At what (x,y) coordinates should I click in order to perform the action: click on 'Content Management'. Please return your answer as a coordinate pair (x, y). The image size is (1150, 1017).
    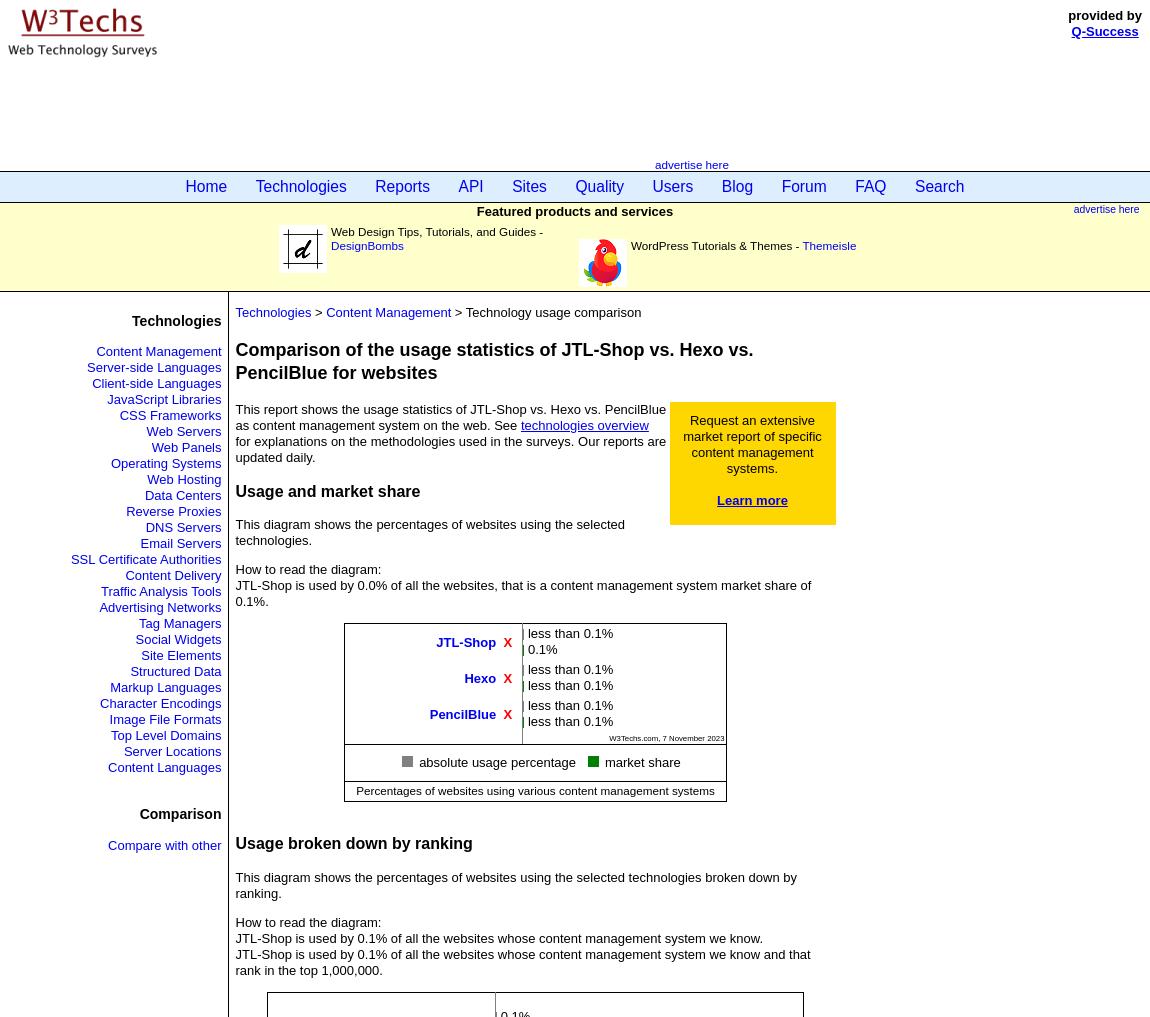
    Looking at the image, I should click on (388, 312).